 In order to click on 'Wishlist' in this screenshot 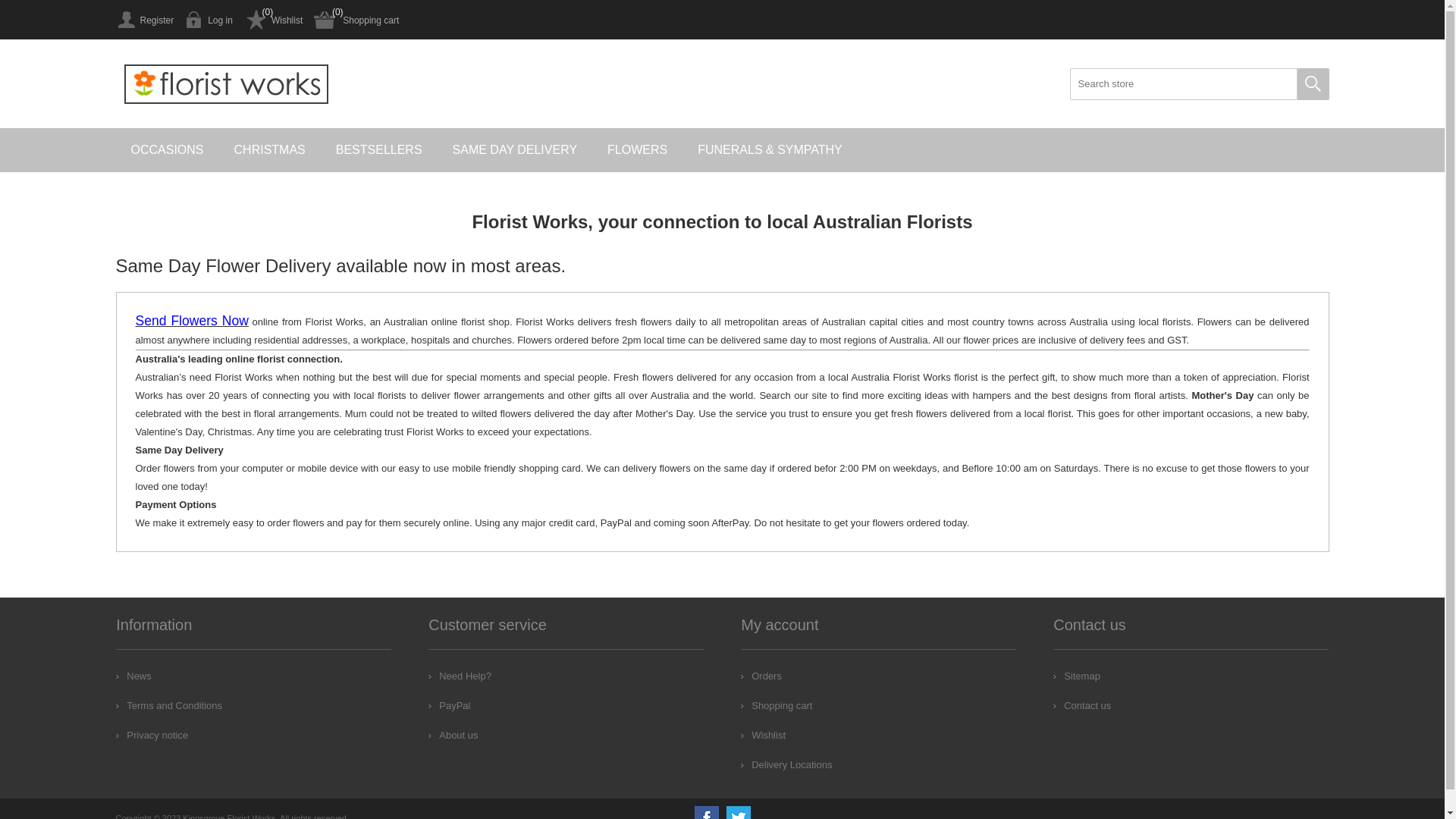, I will do `click(763, 734)`.